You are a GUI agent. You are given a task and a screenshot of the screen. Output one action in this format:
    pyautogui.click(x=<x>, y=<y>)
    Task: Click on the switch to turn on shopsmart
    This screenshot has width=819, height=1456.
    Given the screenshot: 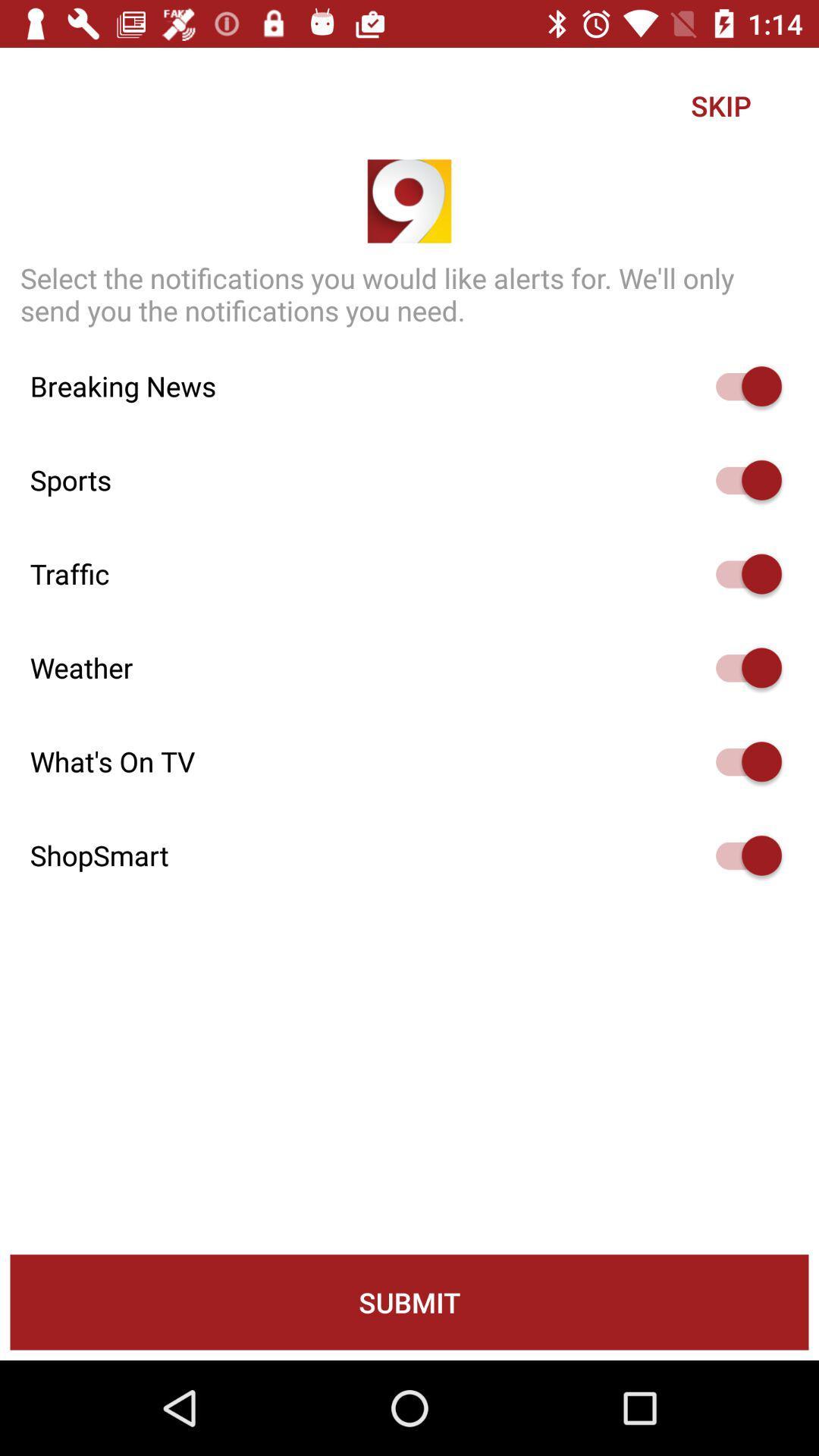 What is the action you would take?
    pyautogui.click(x=741, y=855)
    